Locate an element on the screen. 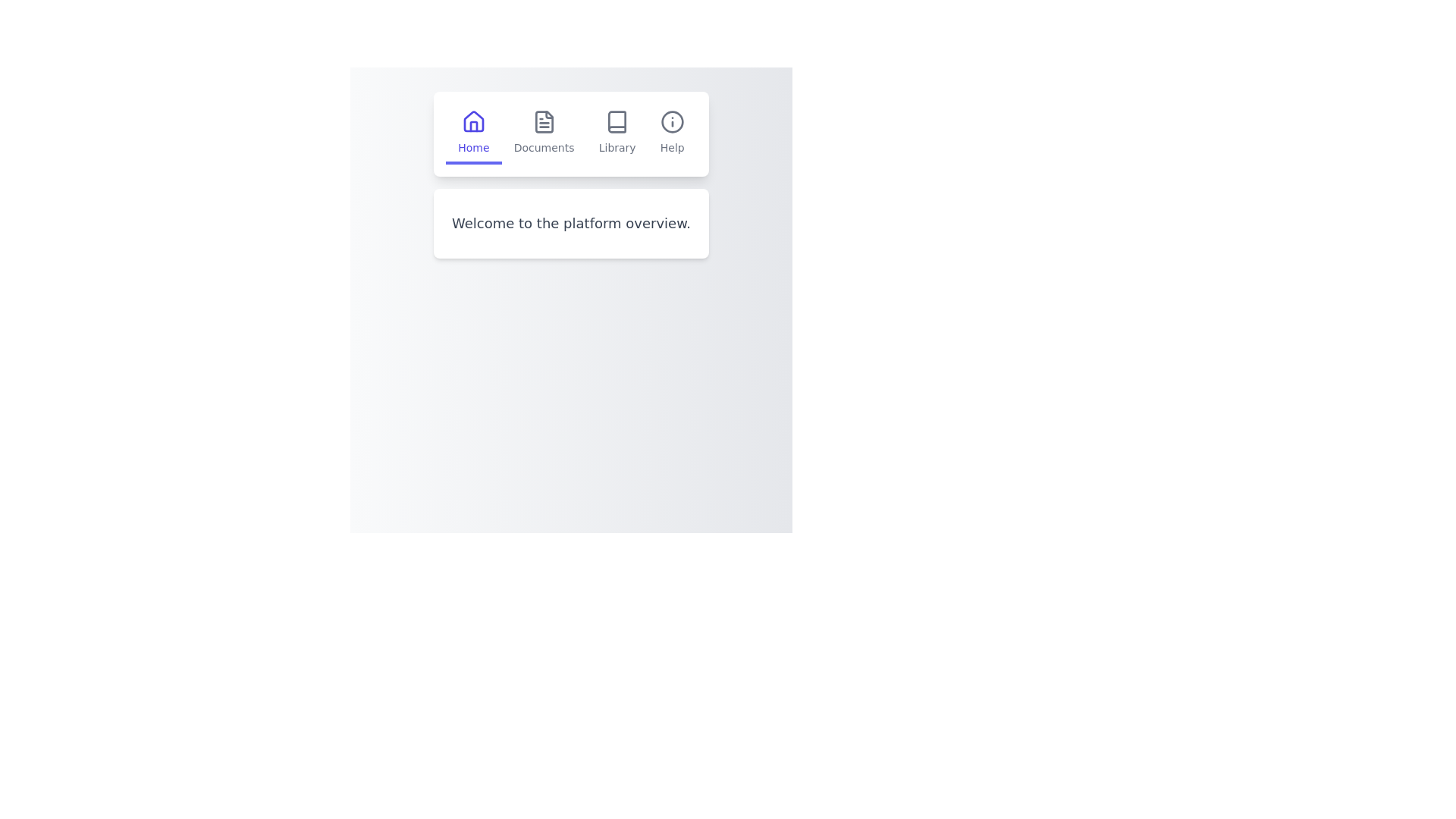 This screenshot has width=1456, height=819. the Home tab in the navigation bar is located at coordinates (472, 133).